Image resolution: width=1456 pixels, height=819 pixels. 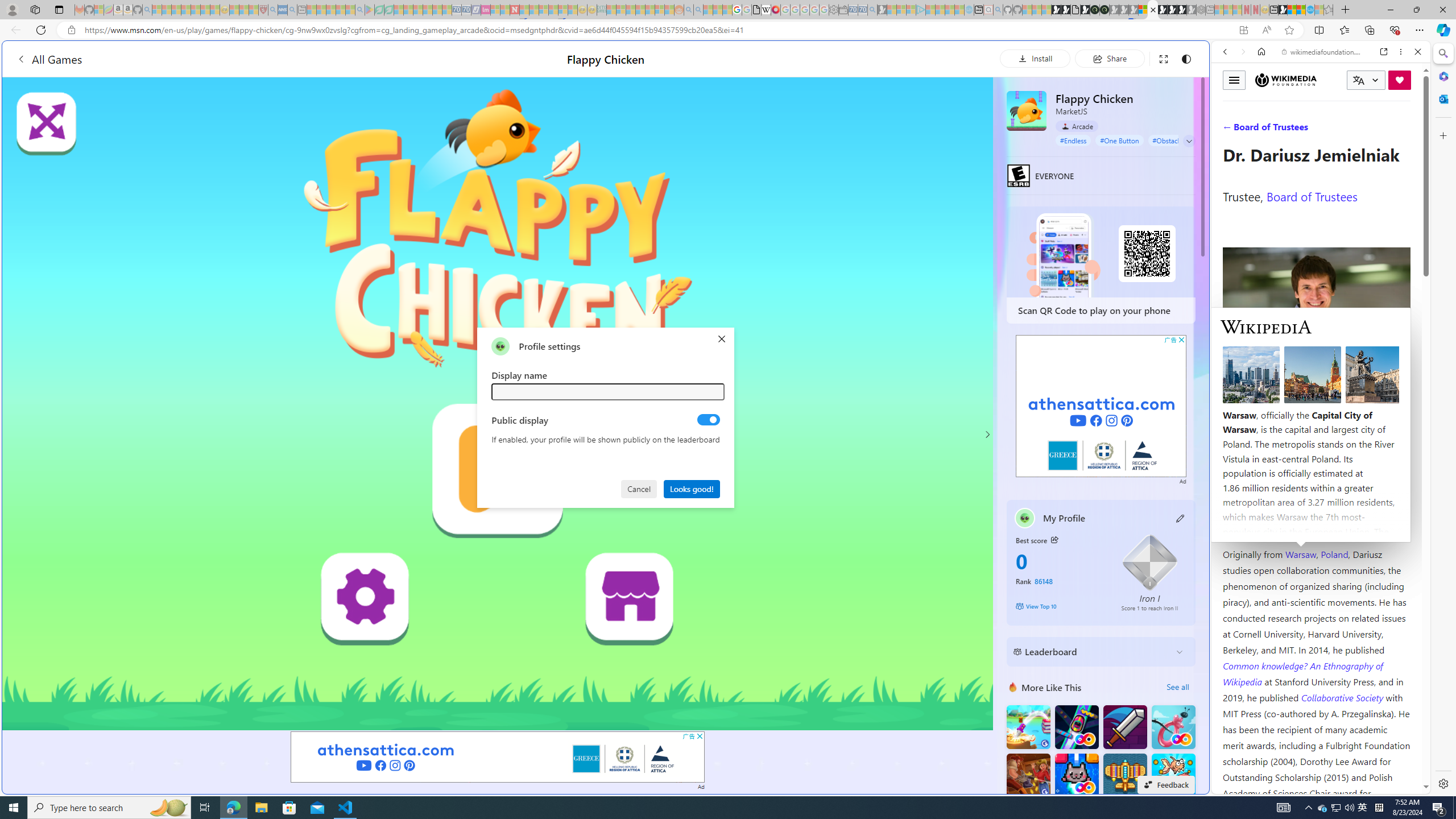 What do you see at coordinates (755, 9) in the screenshot?
I see `'google_privacy_policy_zh-CN.pdf'` at bounding box center [755, 9].